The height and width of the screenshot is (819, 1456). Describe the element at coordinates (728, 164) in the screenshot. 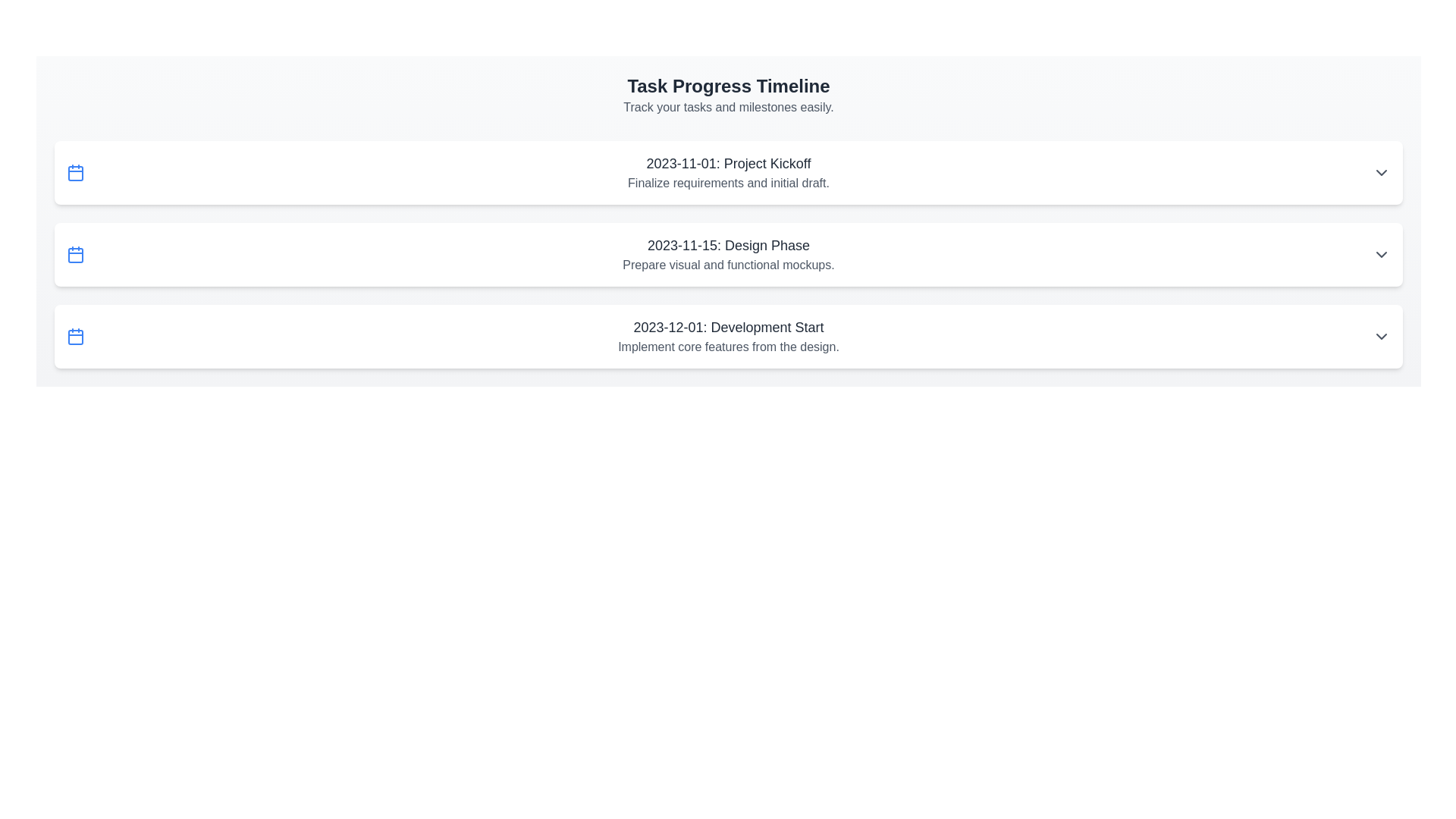

I see `the header text displaying the milestone date and title` at that location.